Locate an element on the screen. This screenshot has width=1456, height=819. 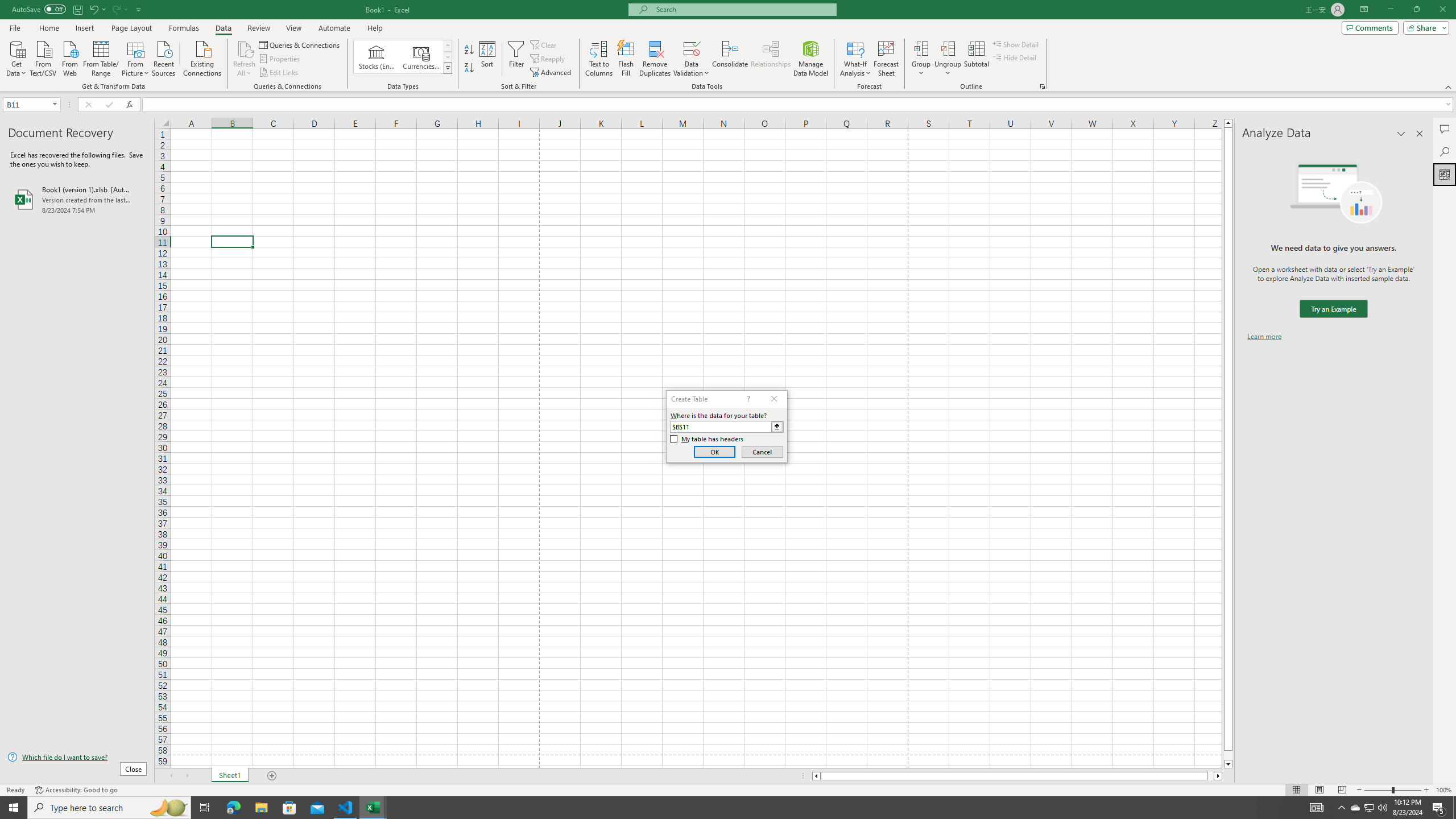
'Analyze Data' is located at coordinates (1444, 174).